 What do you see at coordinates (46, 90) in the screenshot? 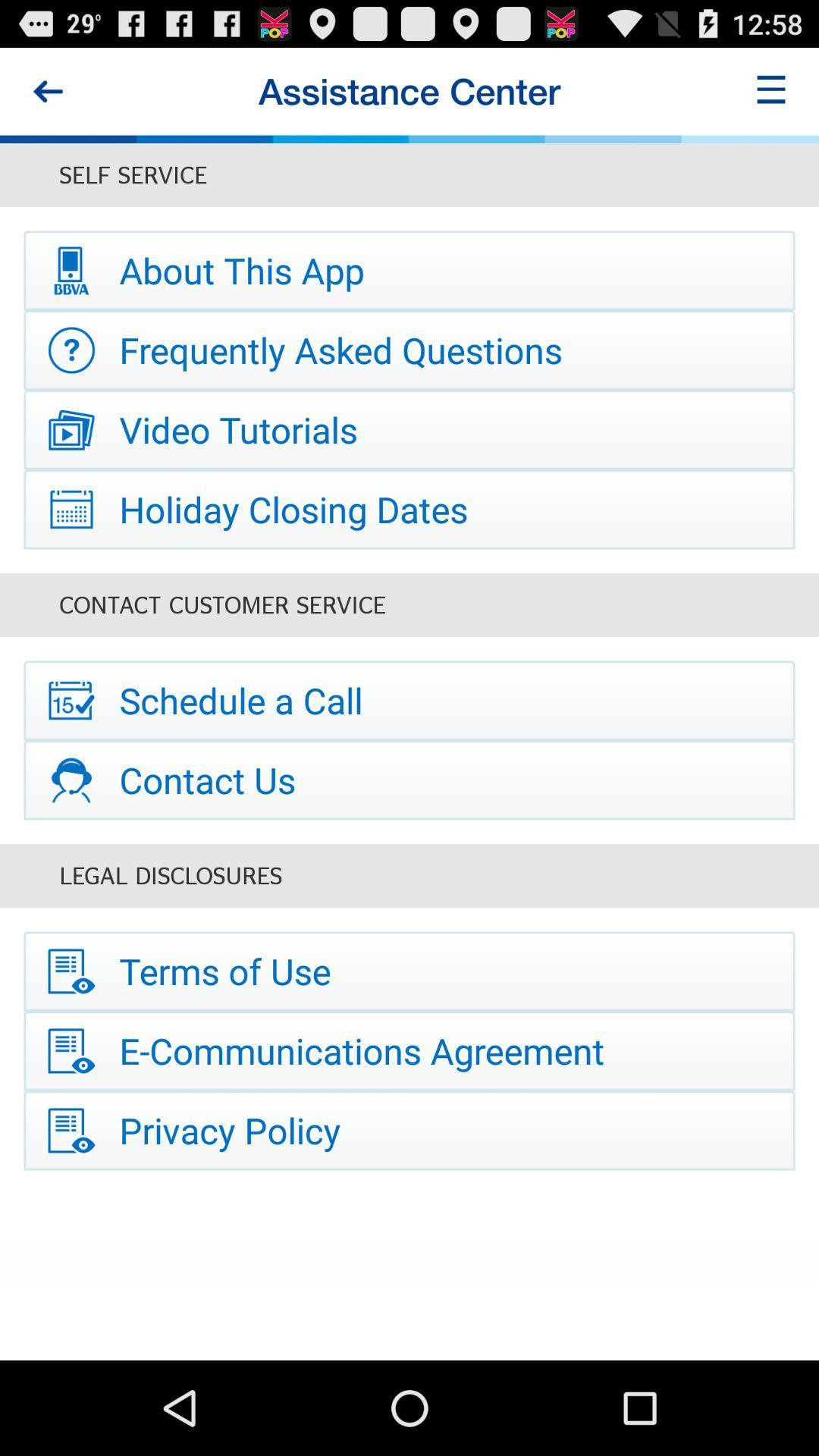
I see `the icon at the top left corner` at bounding box center [46, 90].